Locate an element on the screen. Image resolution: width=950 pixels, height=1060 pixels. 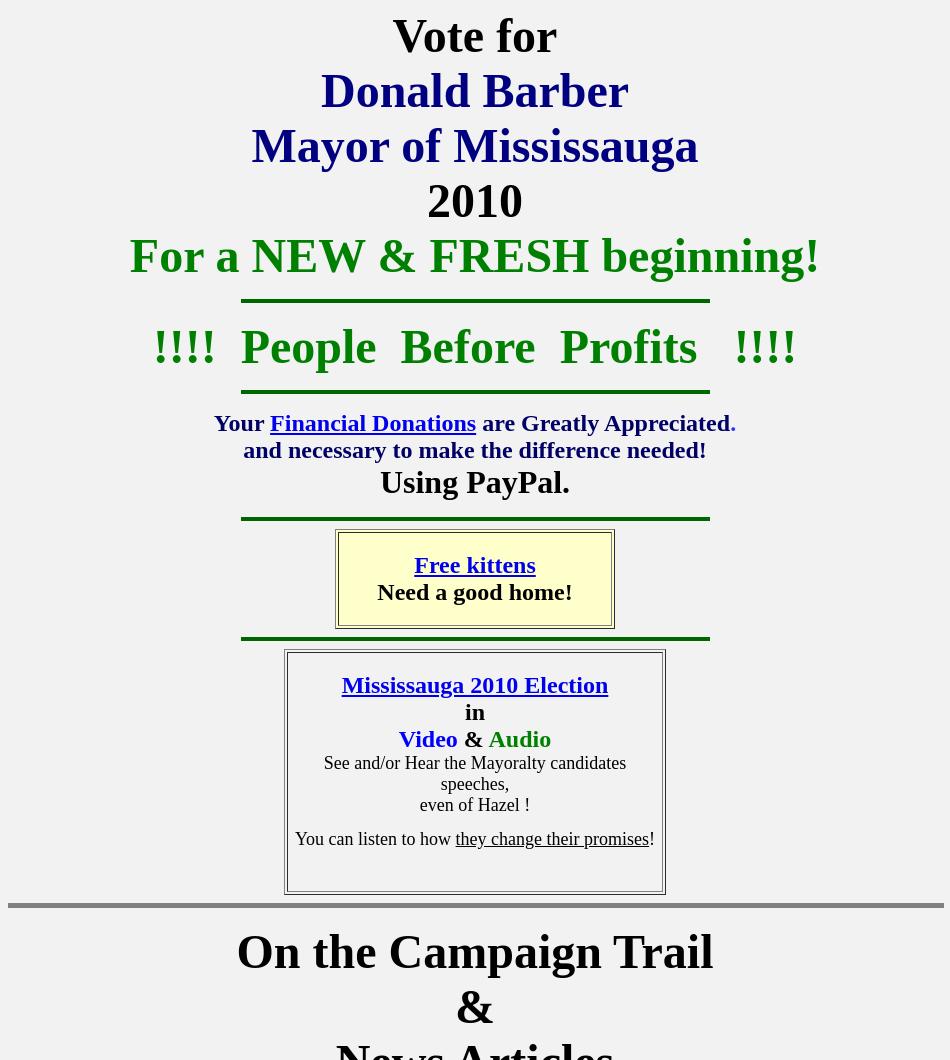
'in' is located at coordinates (473, 711).